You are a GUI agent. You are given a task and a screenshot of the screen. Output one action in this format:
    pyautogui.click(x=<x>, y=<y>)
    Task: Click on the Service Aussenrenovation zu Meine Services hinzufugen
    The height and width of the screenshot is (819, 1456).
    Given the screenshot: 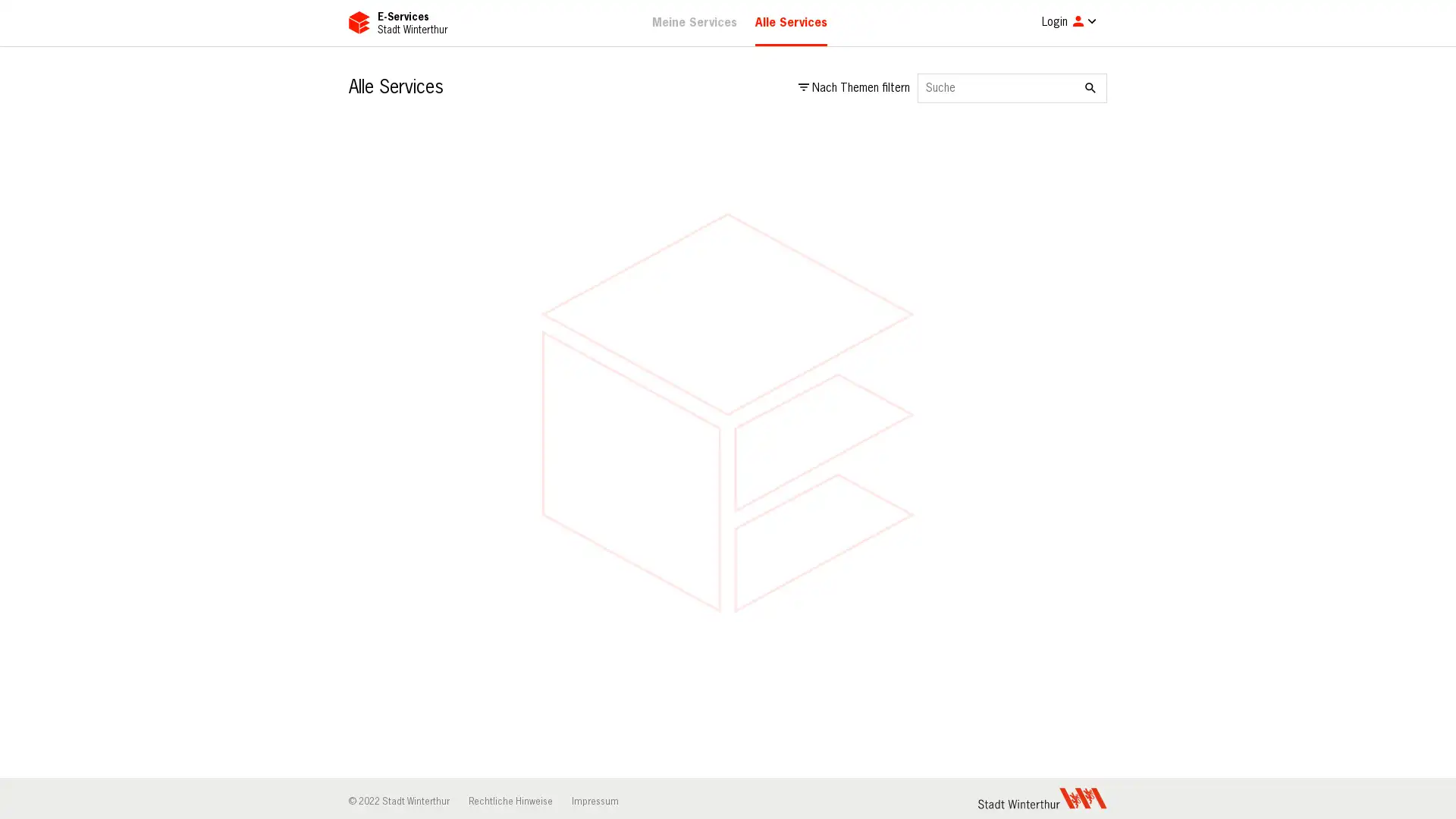 What is the action you would take?
    pyautogui.click(x=1084, y=475)
    